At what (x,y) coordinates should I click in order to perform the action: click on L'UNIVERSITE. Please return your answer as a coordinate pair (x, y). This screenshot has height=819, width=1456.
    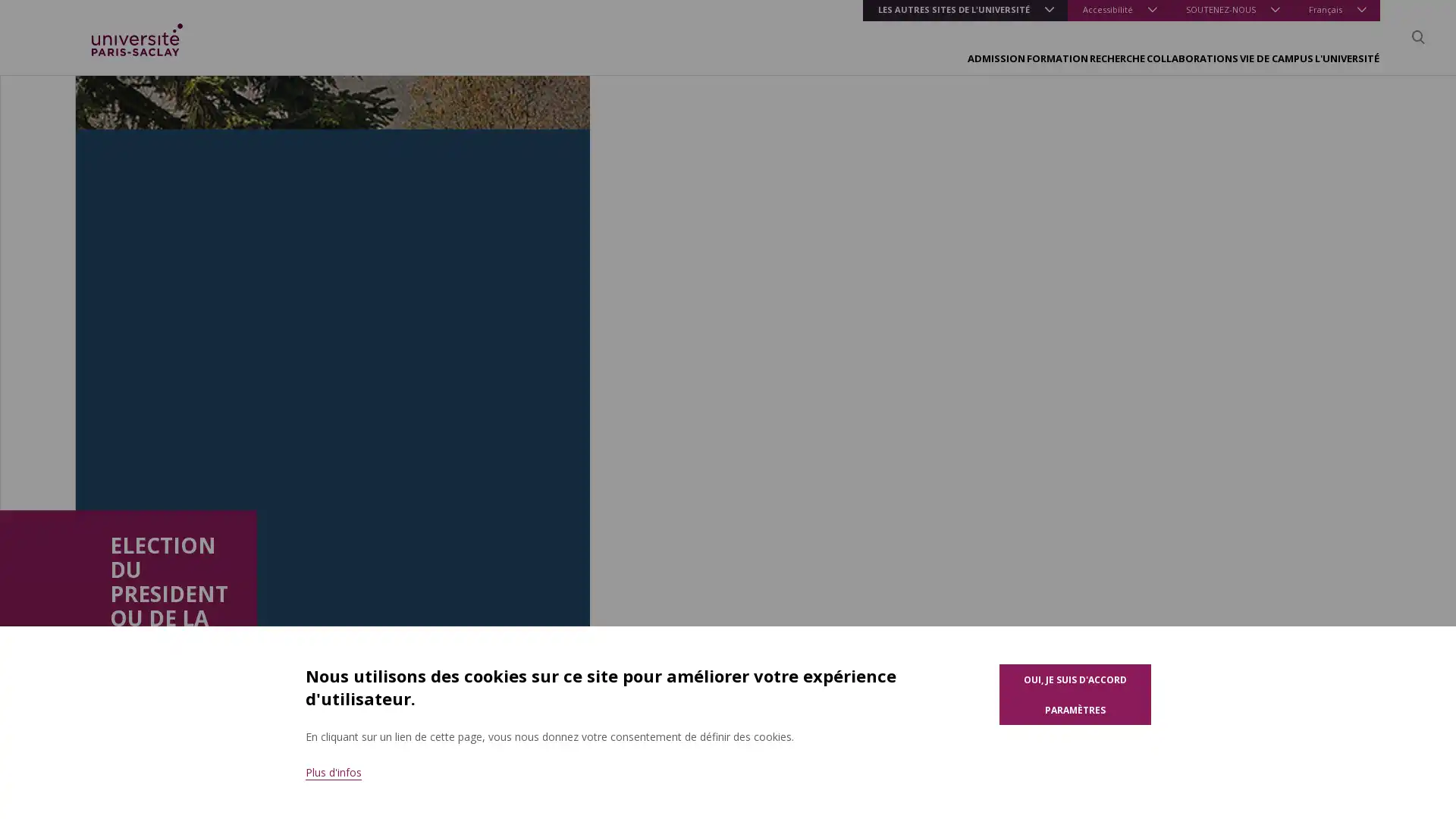
    Looking at the image, I should click on (1324, 52).